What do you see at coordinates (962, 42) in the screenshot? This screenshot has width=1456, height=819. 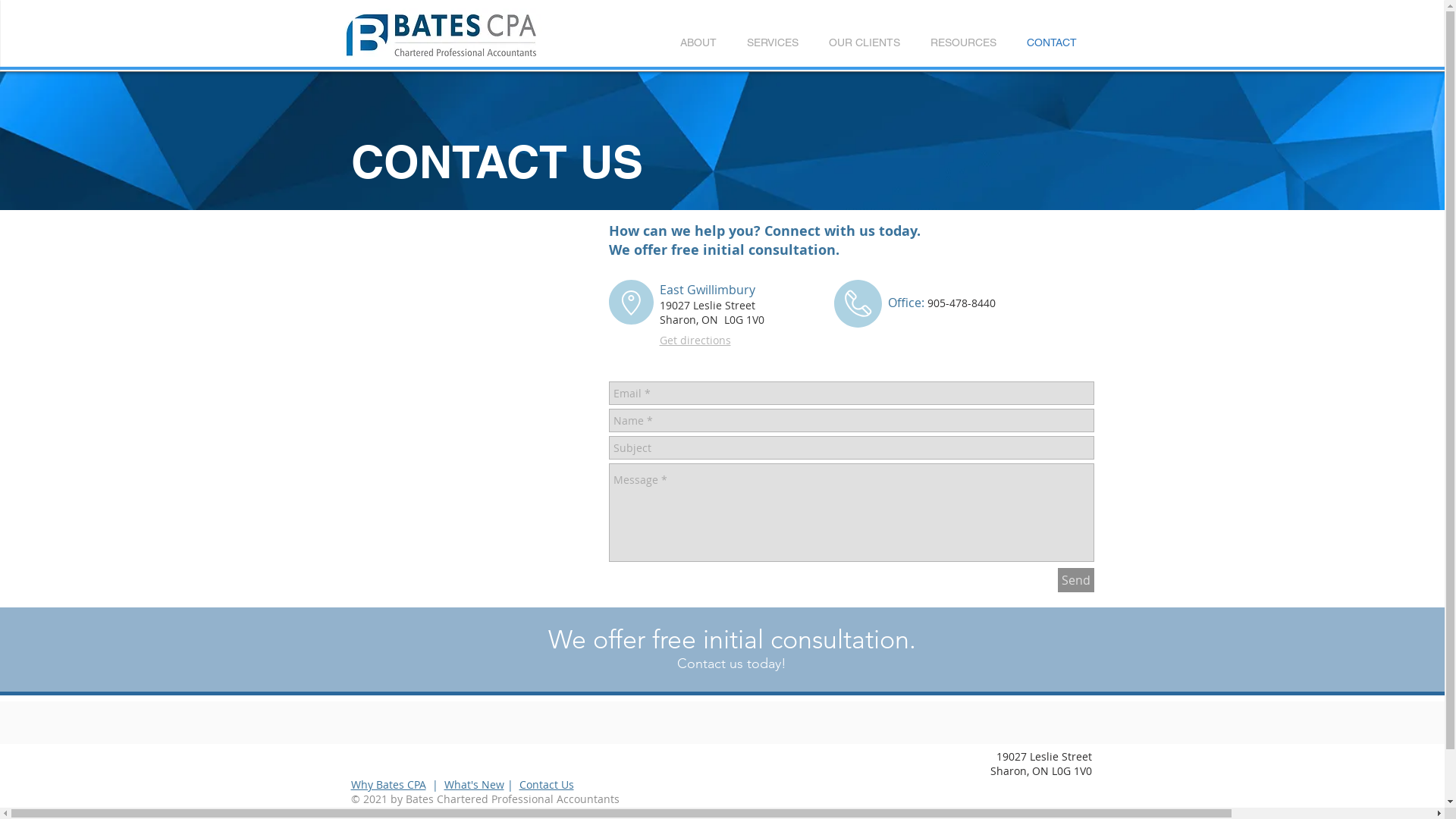 I see `'RESOURCES'` at bounding box center [962, 42].